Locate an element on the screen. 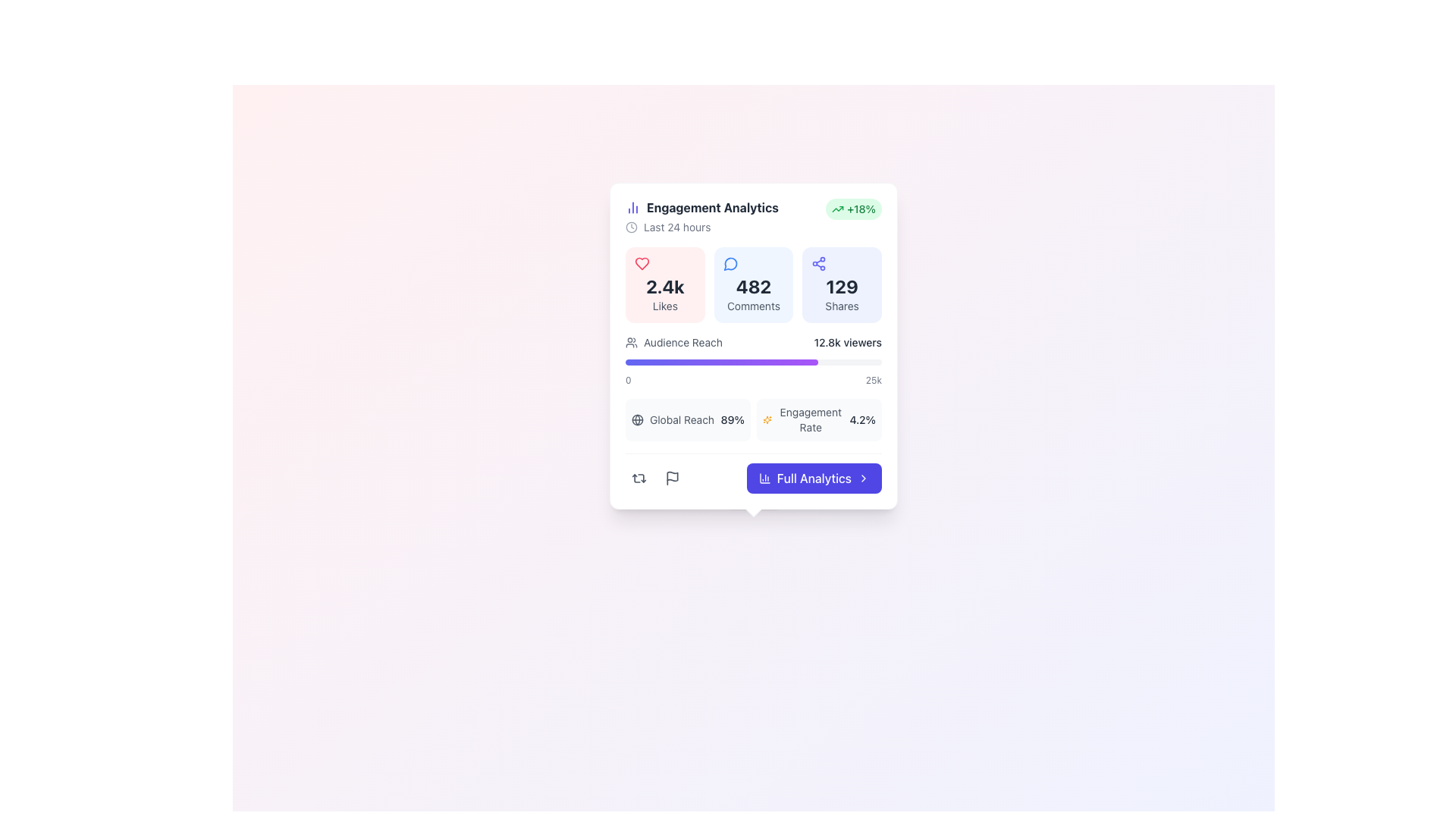  the heart-shaped icon, which is styled with a rose-red color fill and positioned in the top-left quadrant of the engagement metrics card, above the 2.4k Likes counter is located at coordinates (642, 262).